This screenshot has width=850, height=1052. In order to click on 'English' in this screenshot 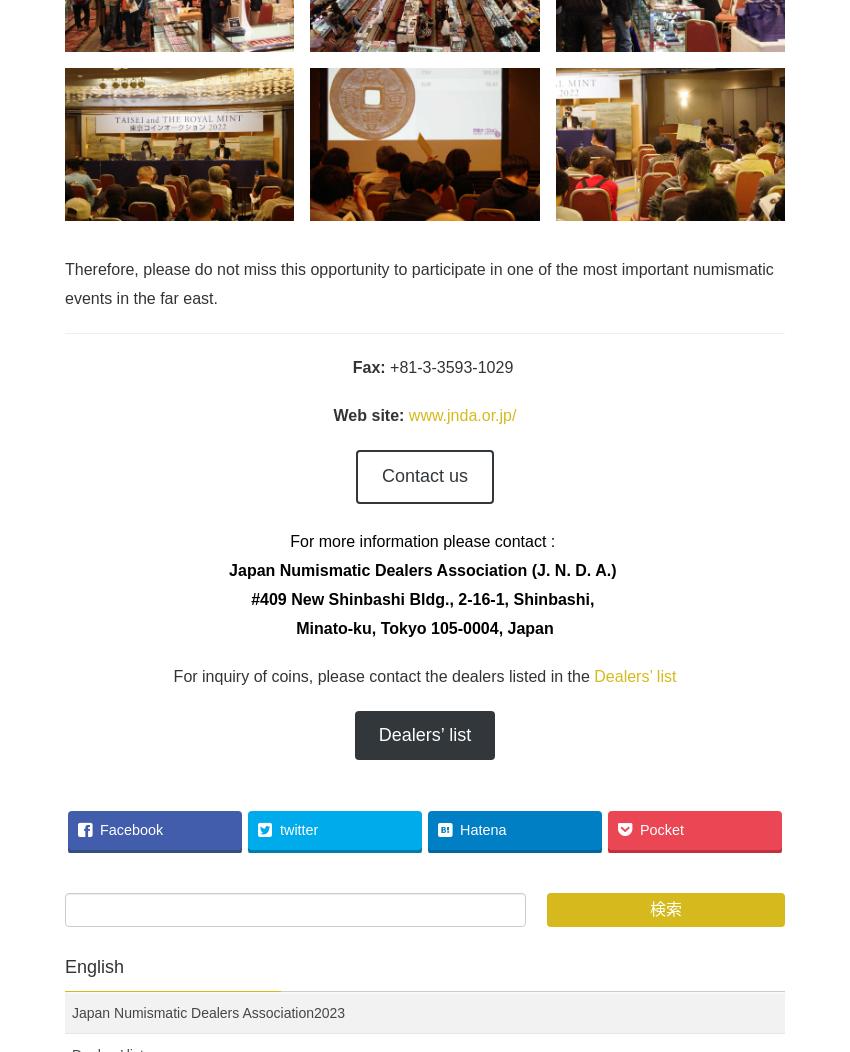, I will do `click(93, 966)`.